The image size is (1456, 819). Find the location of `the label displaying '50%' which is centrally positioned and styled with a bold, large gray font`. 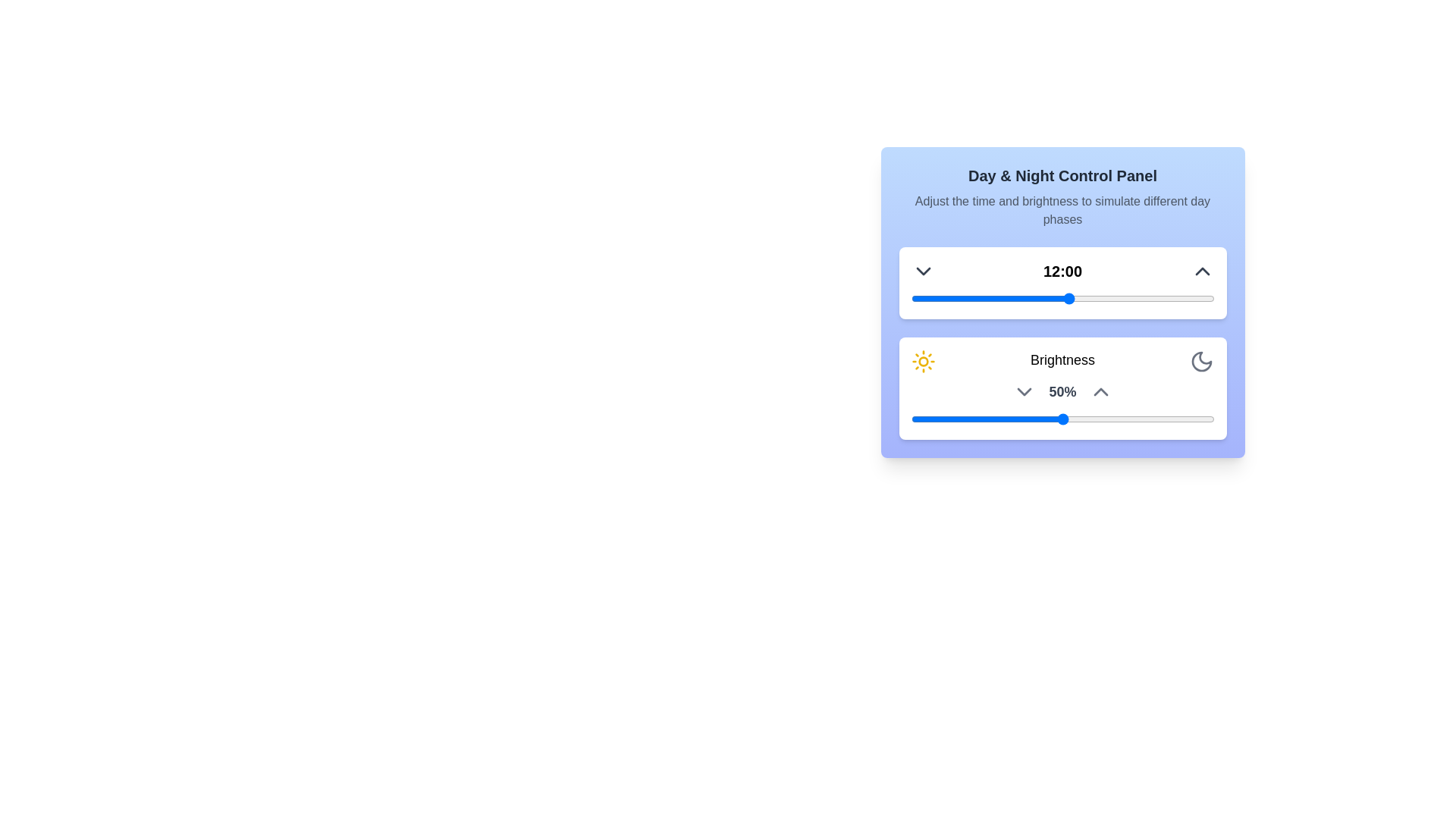

the label displaying '50%' which is centrally positioned and styled with a bold, large gray font is located at coordinates (1062, 391).